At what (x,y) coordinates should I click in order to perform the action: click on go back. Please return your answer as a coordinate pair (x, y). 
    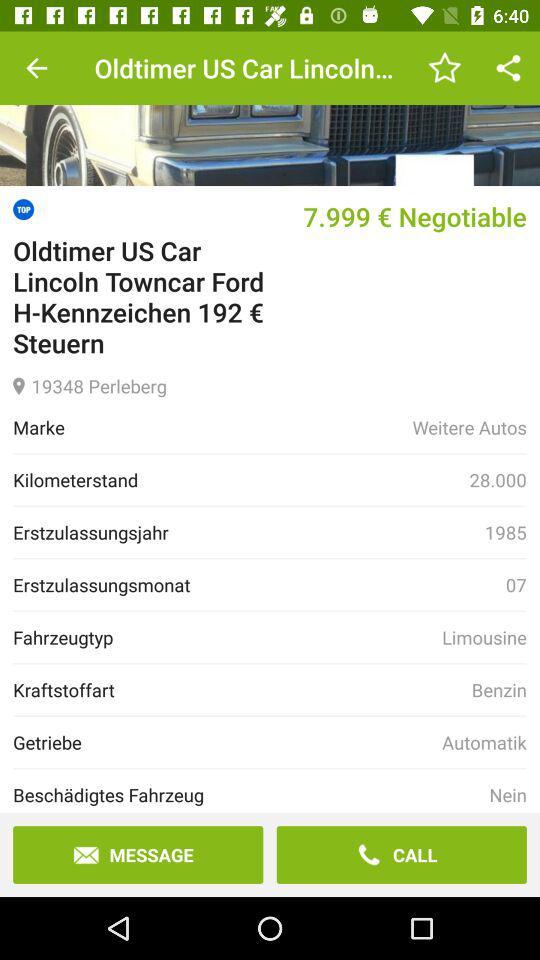
    Looking at the image, I should click on (36, 68).